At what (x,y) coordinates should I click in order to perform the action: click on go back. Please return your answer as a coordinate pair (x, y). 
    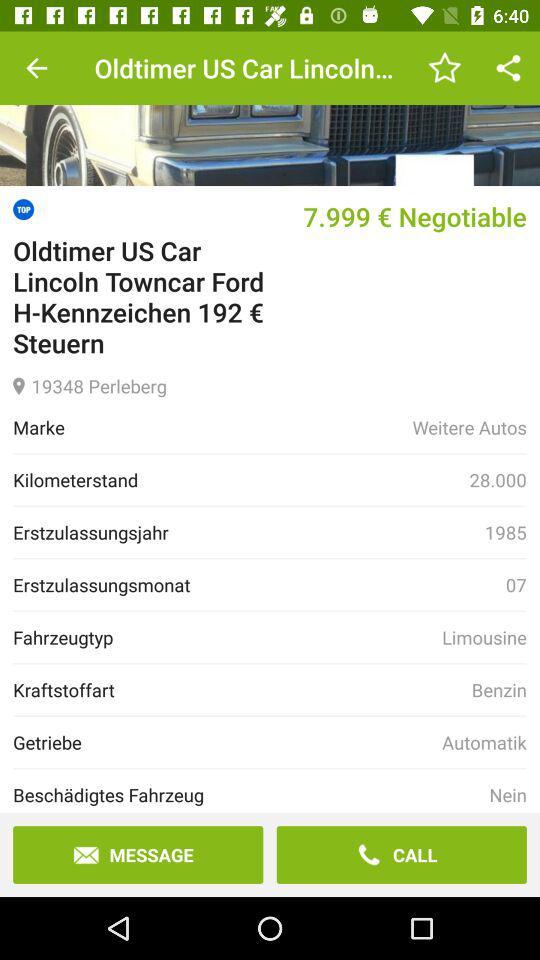
    Looking at the image, I should click on (36, 68).